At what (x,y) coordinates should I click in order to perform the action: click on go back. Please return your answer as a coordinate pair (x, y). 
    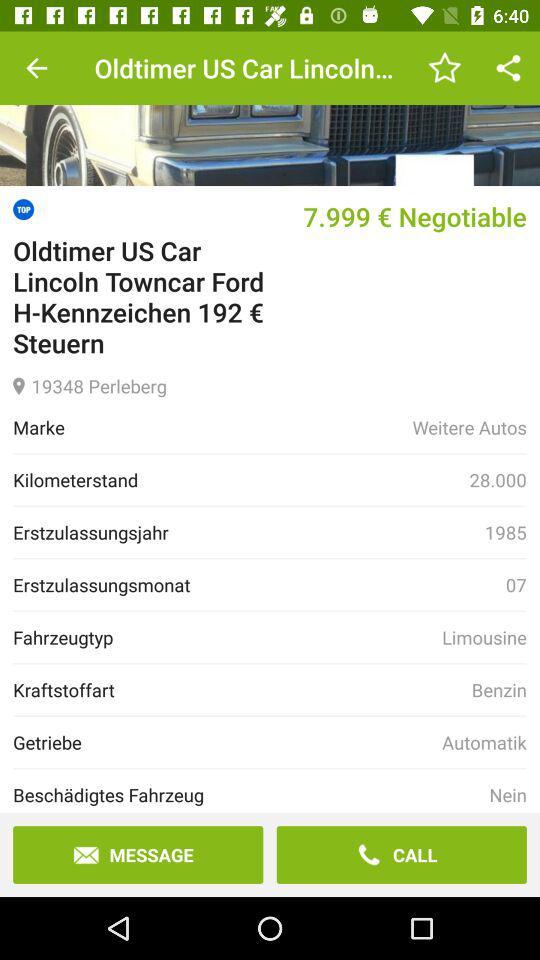
    Looking at the image, I should click on (36, 68).